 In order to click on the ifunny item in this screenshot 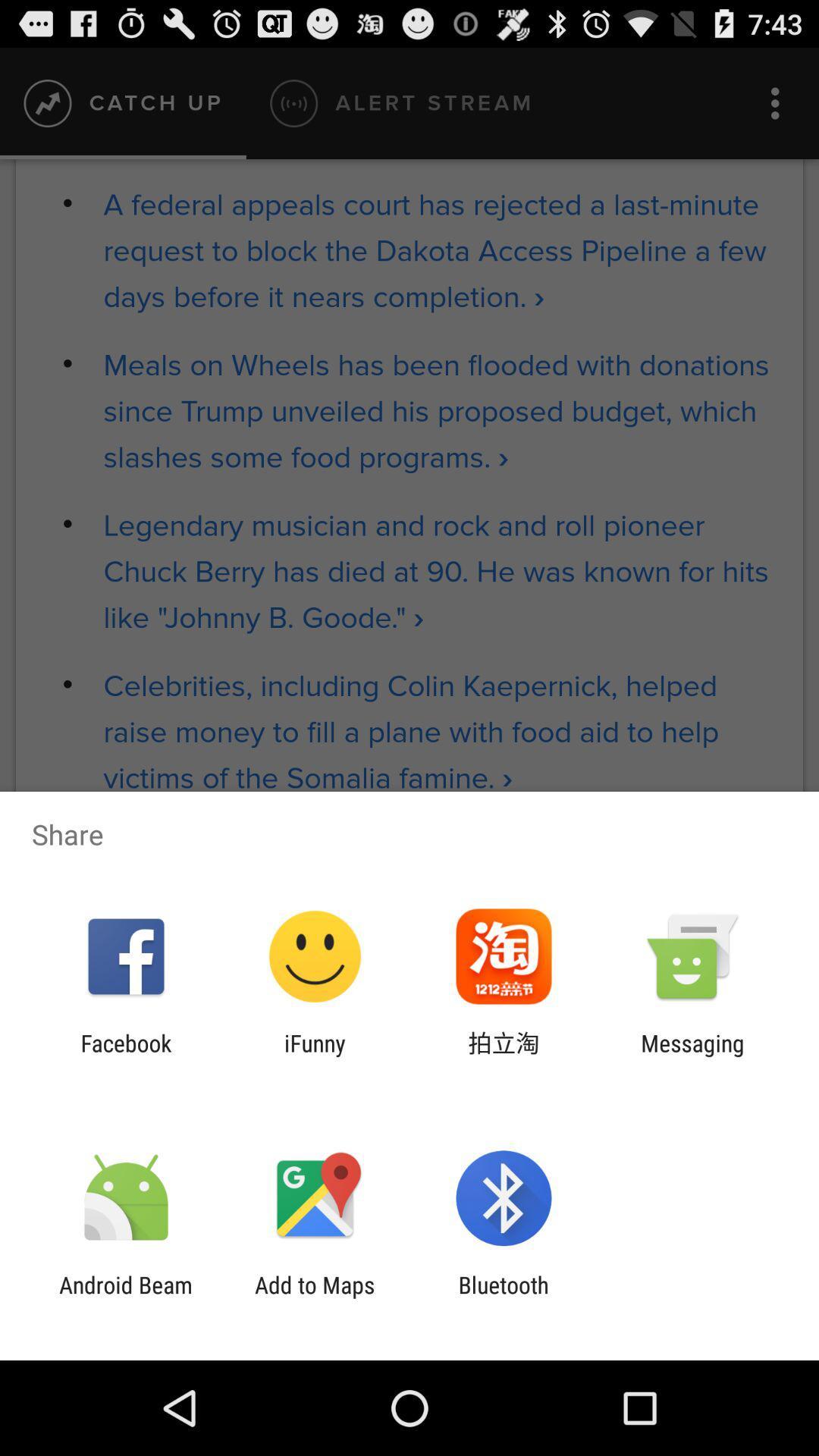, I will do `click(314, 1056)`.